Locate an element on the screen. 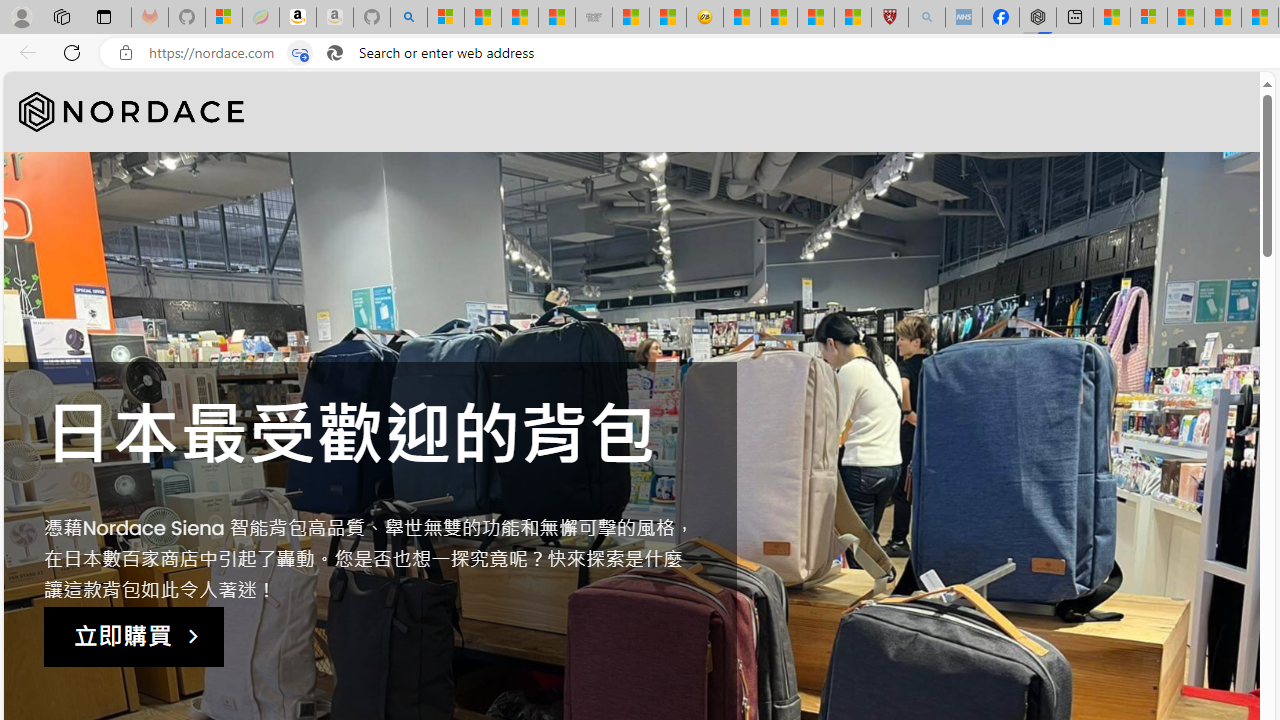 The height and width of the screenshot is (720, 1280). 'Microsoft Start' is located at coordinates (1185, 17).